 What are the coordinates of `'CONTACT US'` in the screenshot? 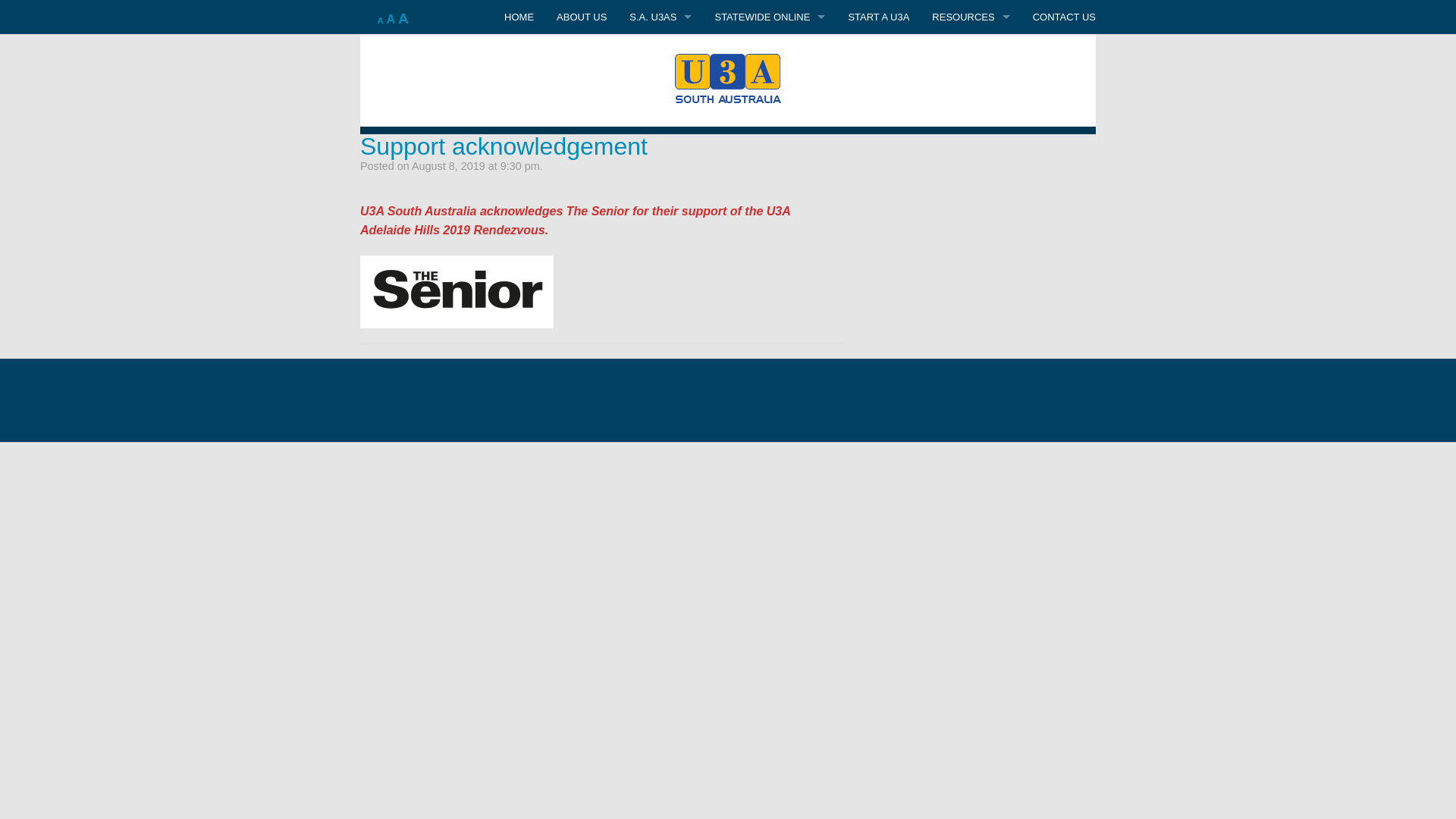 It's located at (1063, 17).